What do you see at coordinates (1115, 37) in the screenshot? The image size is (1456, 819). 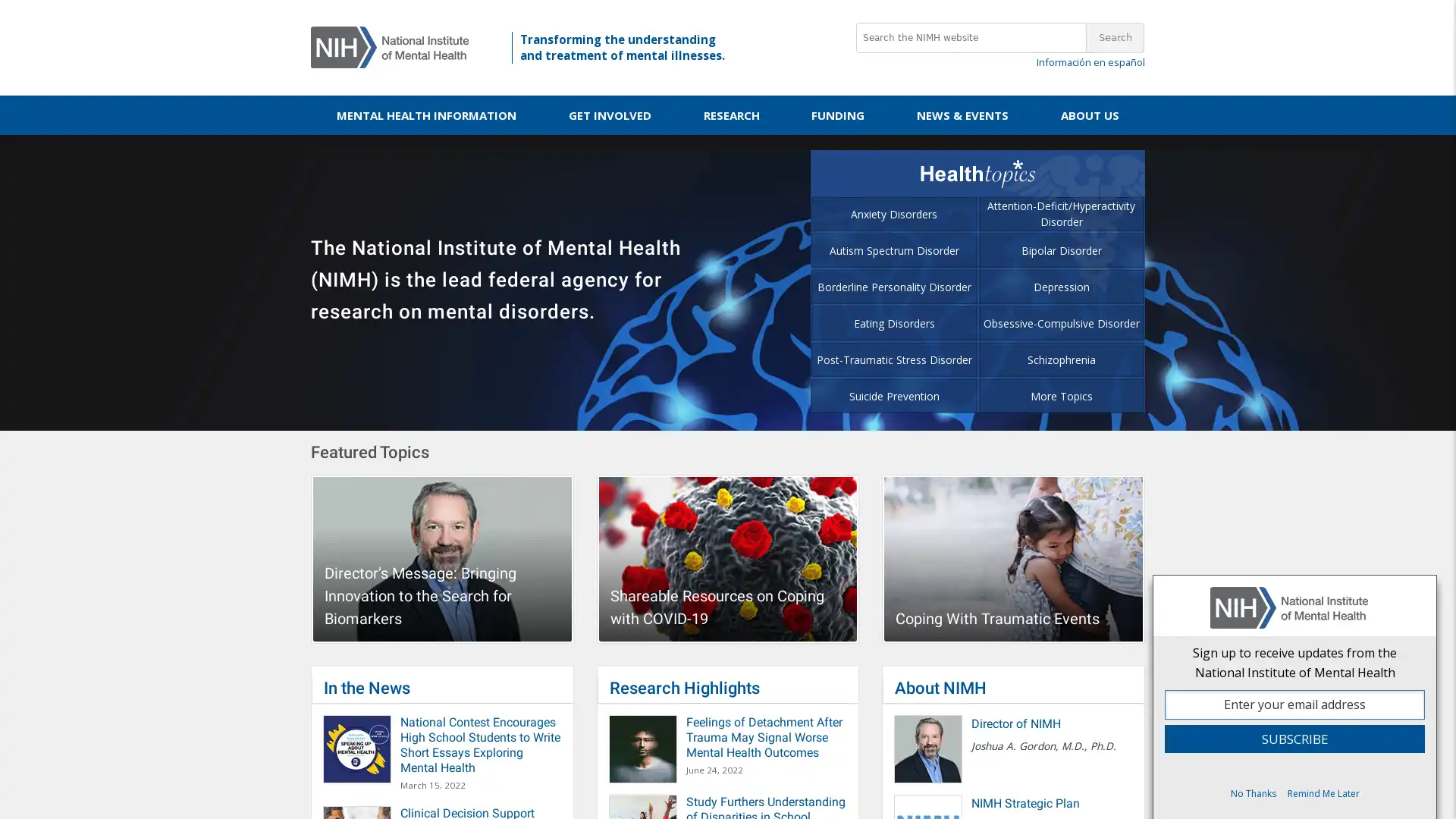 I see `Search` at bounding box center [1115, 37].